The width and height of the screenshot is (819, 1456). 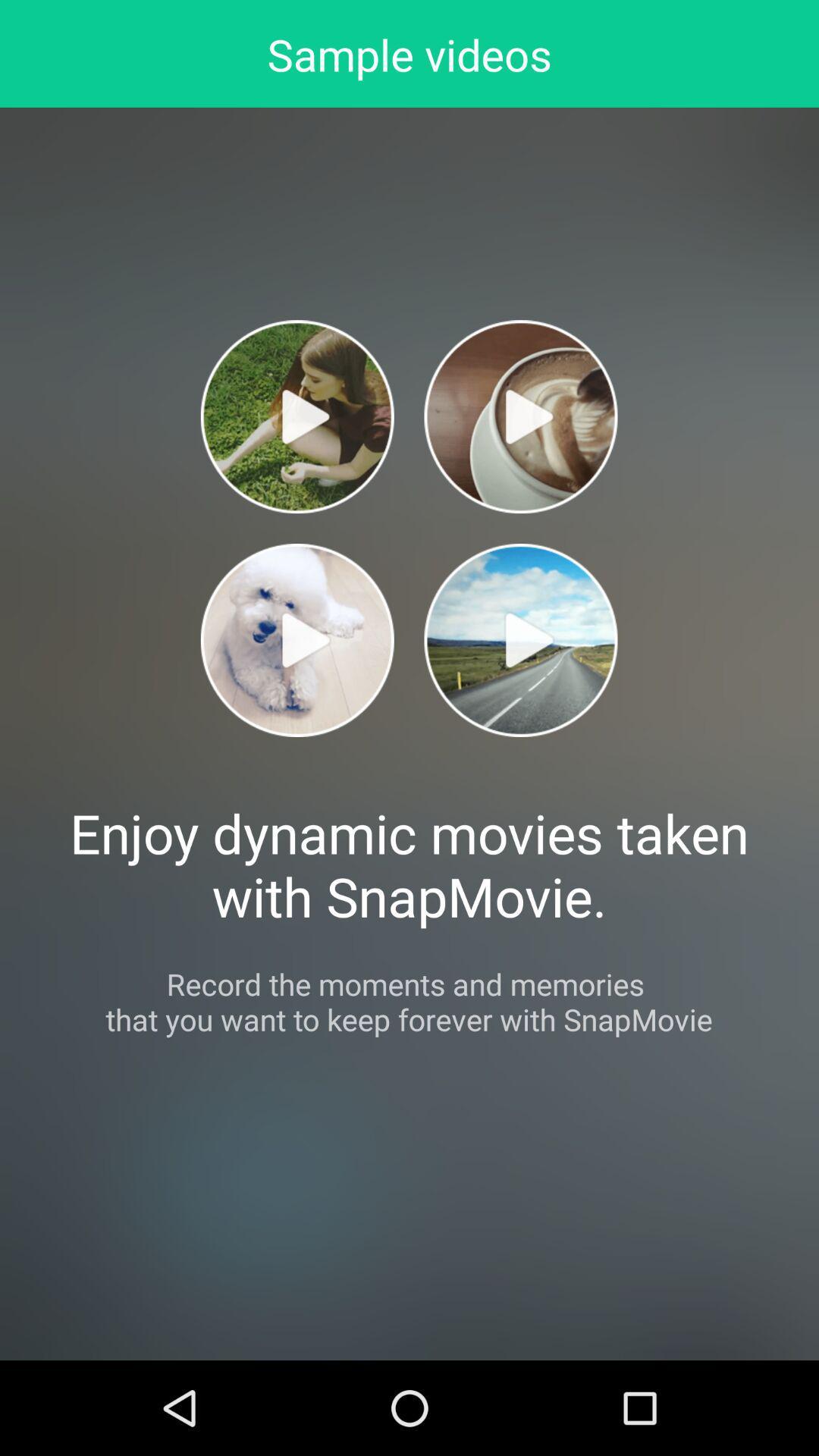 I want to click on top left video, so click(x=297, y=416).